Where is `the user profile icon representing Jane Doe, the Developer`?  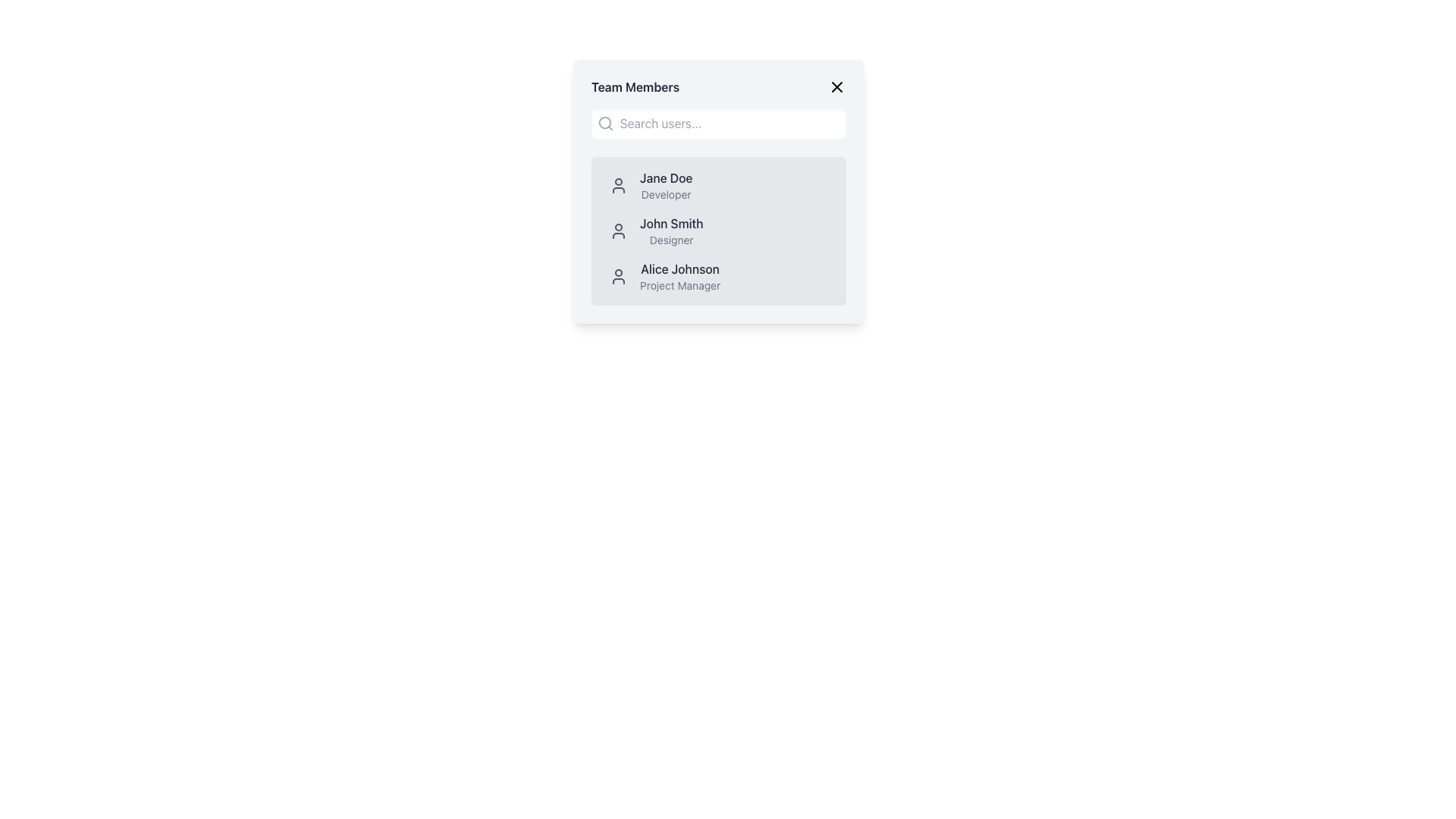 the user profile icon representing Jane Doe, the Developer is located at coordinates (619, 185).